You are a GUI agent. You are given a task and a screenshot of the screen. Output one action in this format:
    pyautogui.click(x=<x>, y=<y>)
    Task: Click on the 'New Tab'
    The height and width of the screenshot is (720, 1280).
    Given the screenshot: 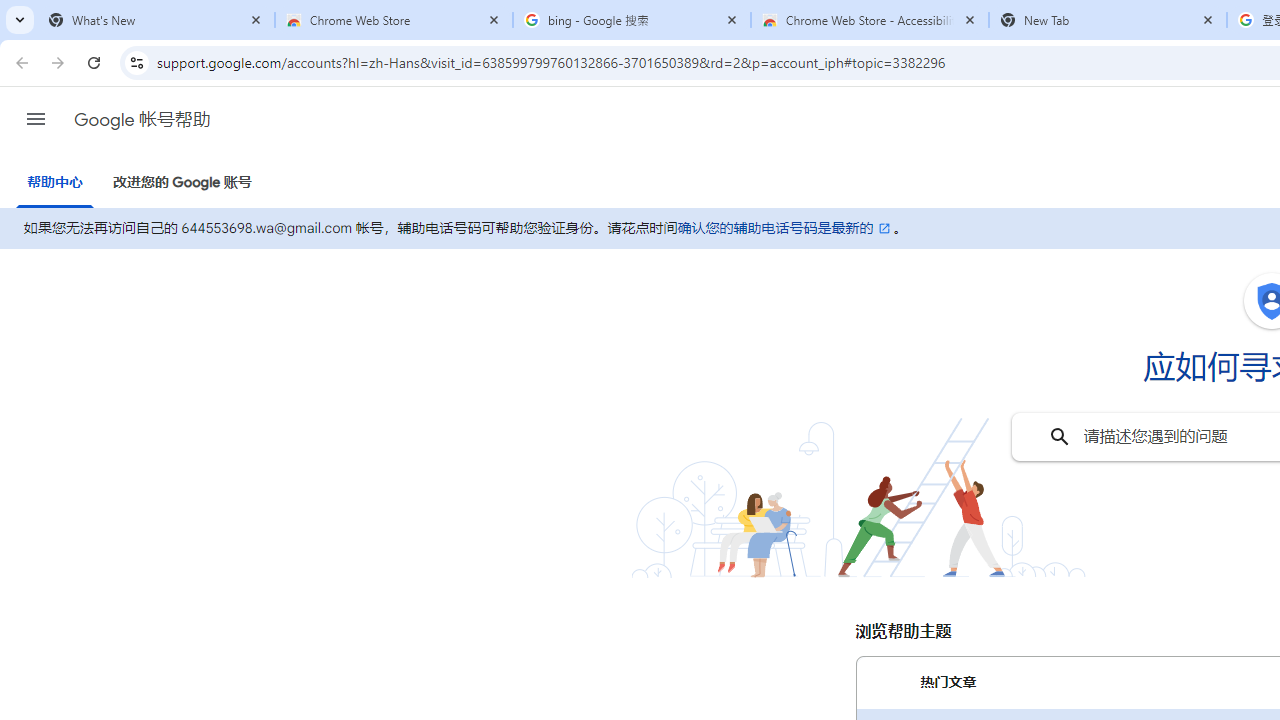 What is the action you would take?
    pyautogui.click(x=1107, y=20)
    